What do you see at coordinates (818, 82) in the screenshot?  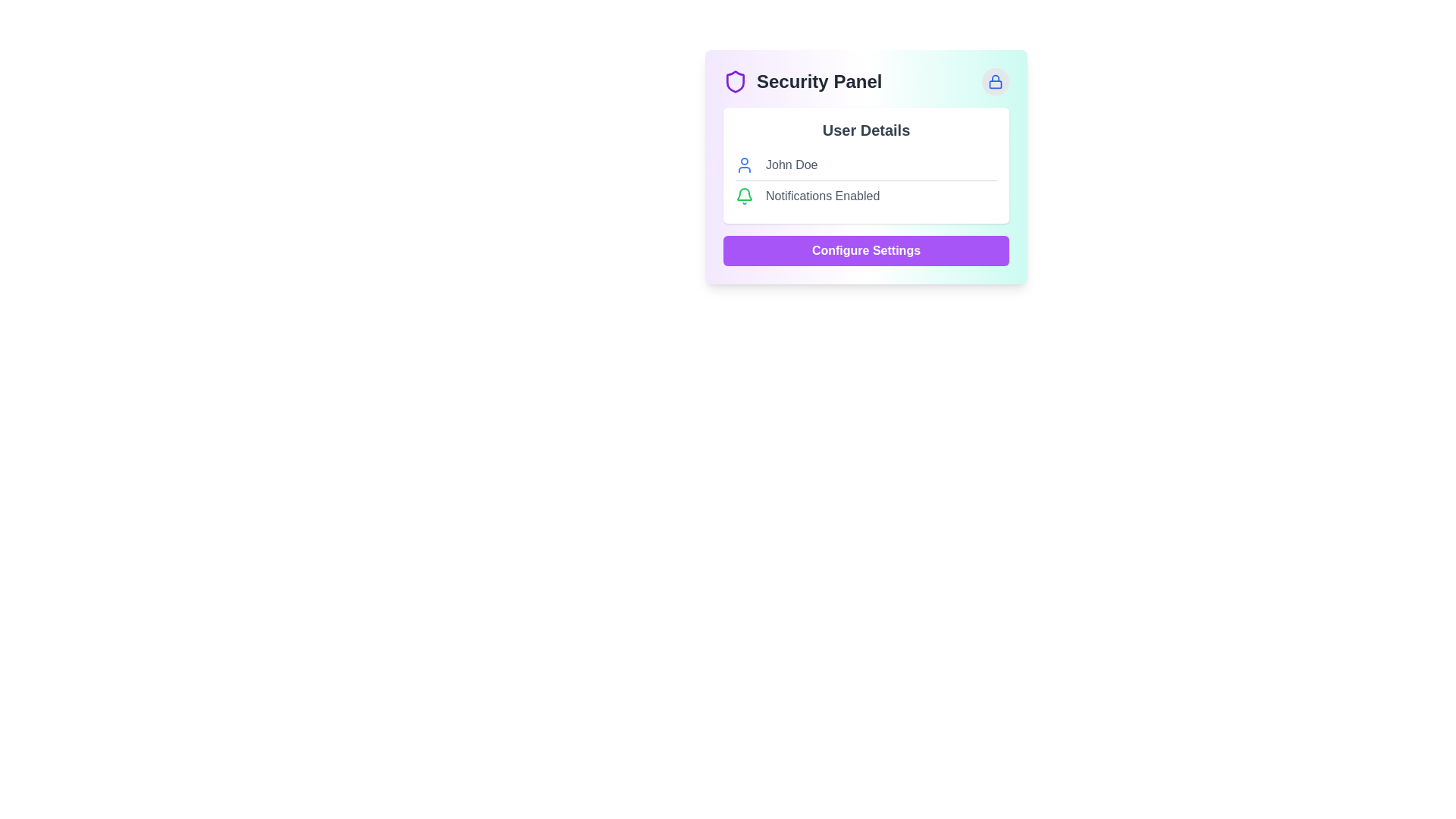 I see `the Text Label that serves as a header or title for the card, located centrally at the top of the card layout, to the right of a shield icon` at bounding box center [818, 82].